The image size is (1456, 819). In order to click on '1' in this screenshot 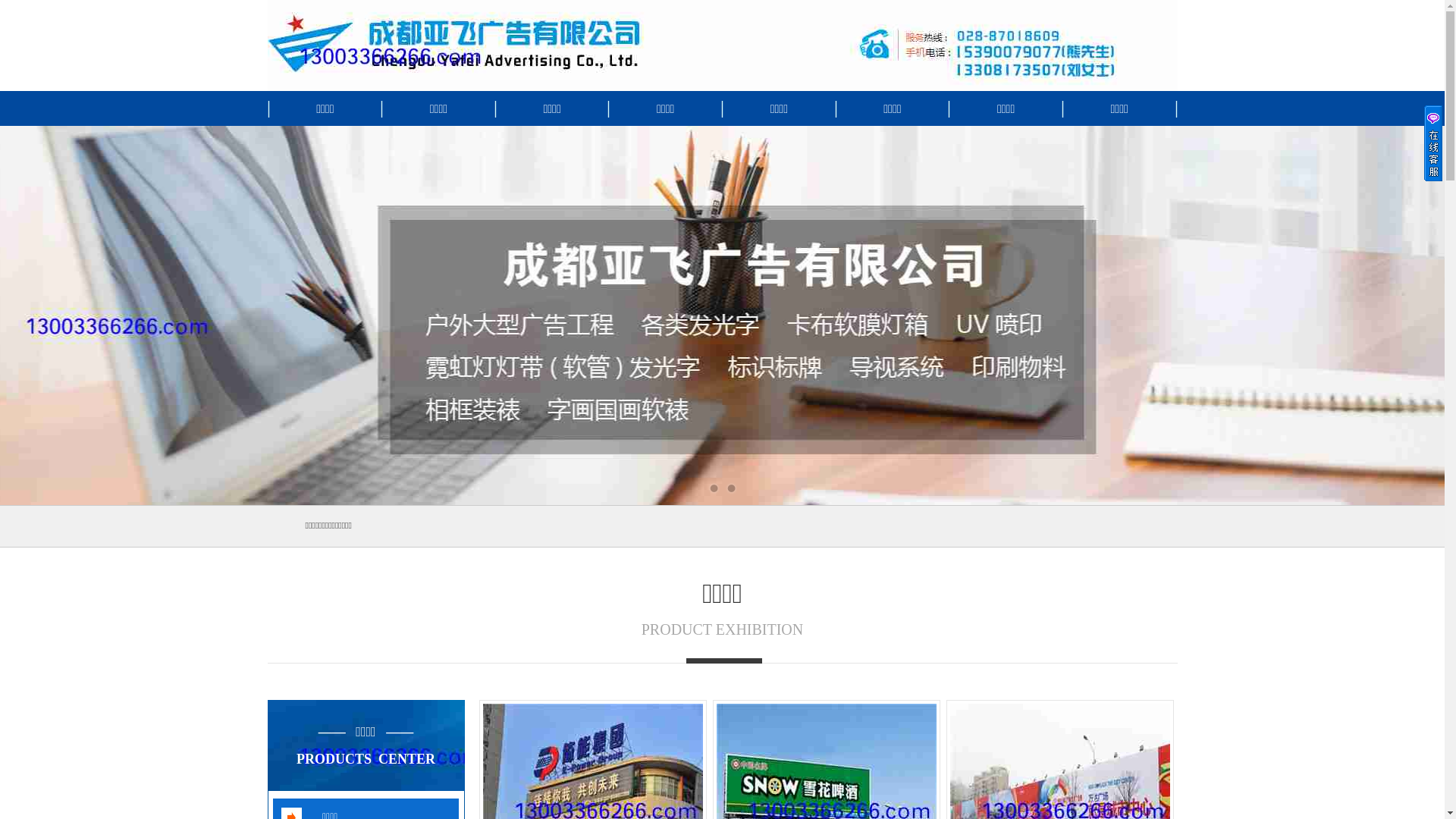, I will do `click(712, 488)`.